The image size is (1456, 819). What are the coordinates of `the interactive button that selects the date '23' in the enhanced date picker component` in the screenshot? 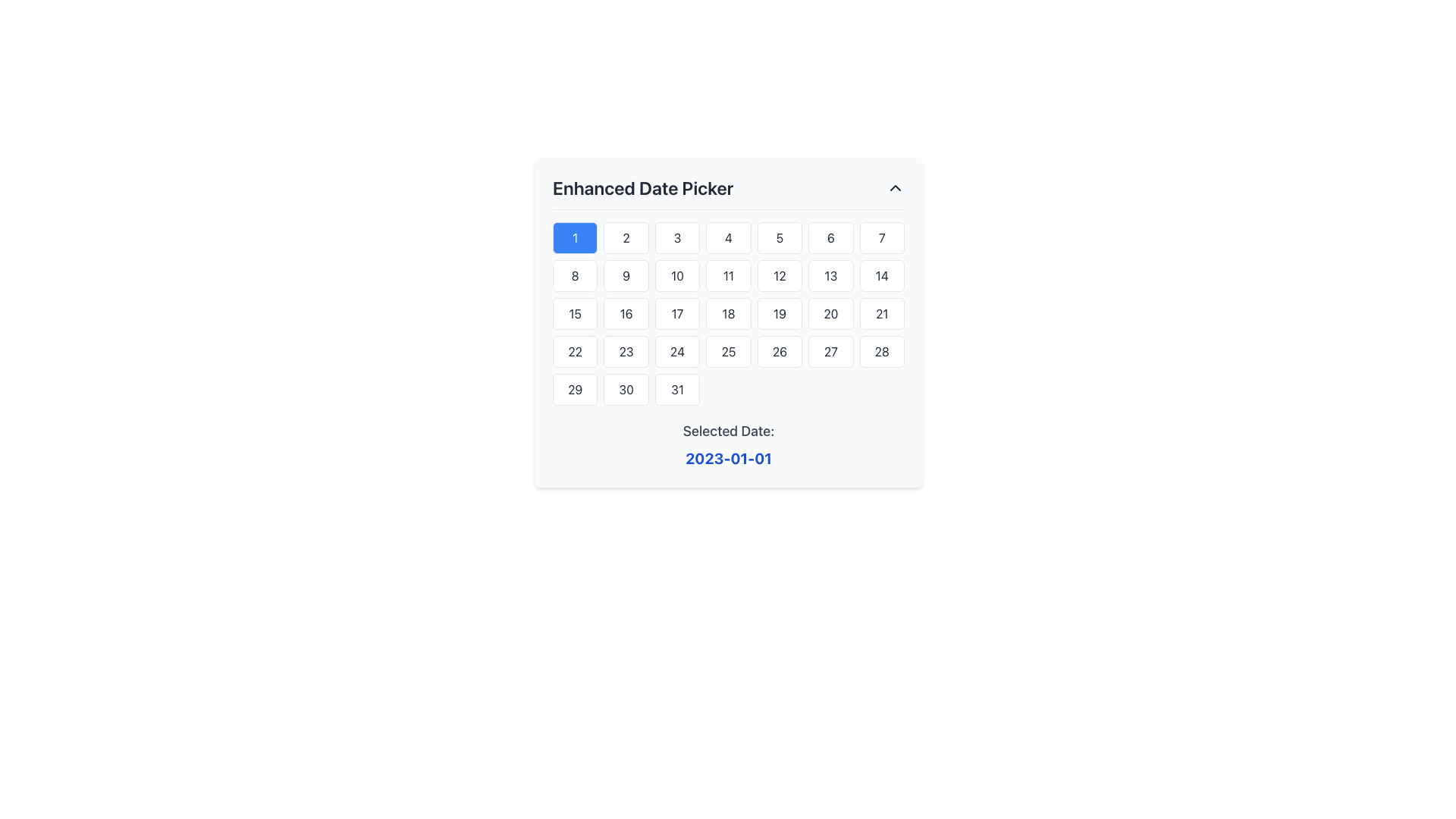 It's located at (626, 351).